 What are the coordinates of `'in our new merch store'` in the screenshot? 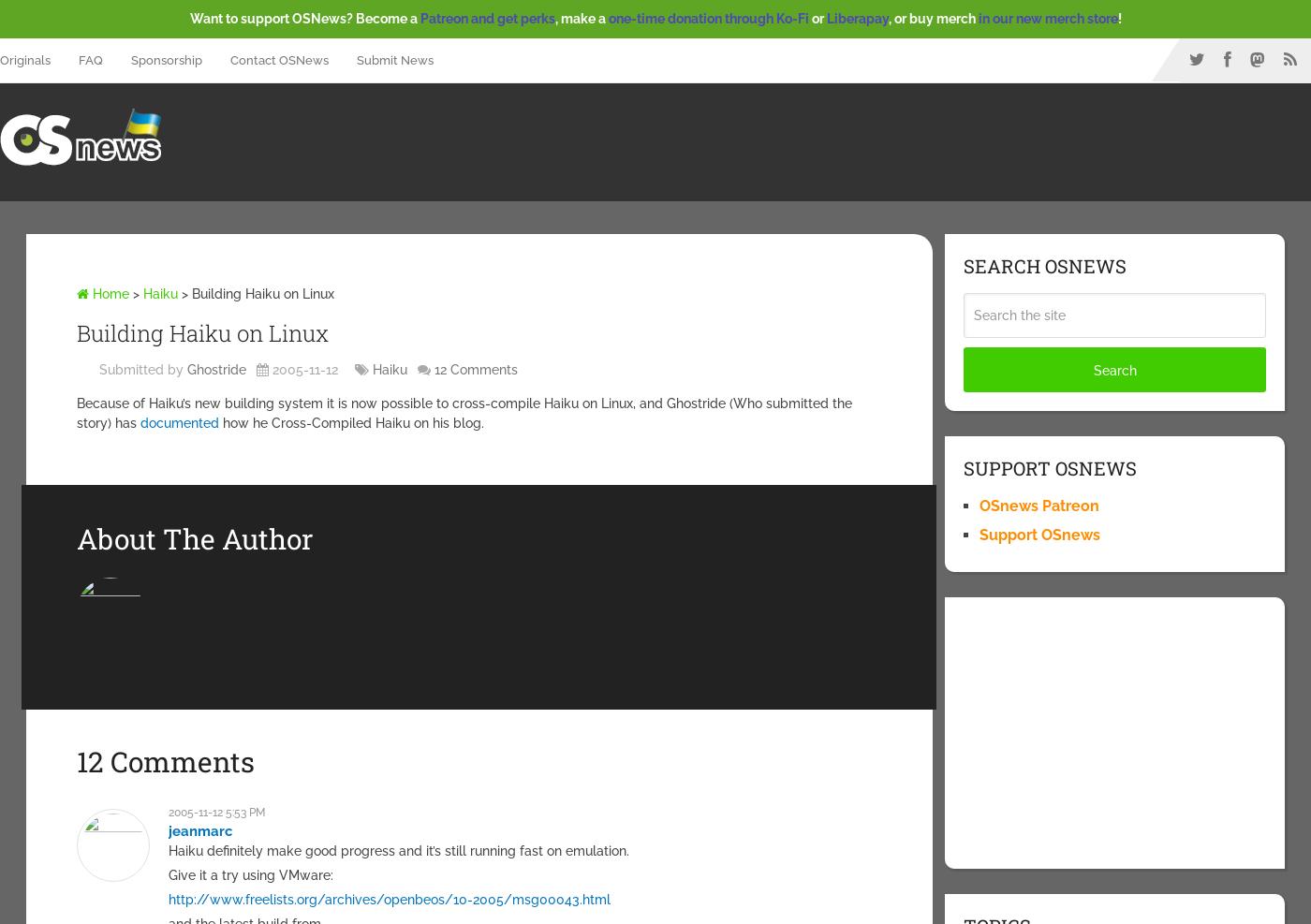 It's located at (1047, 18).